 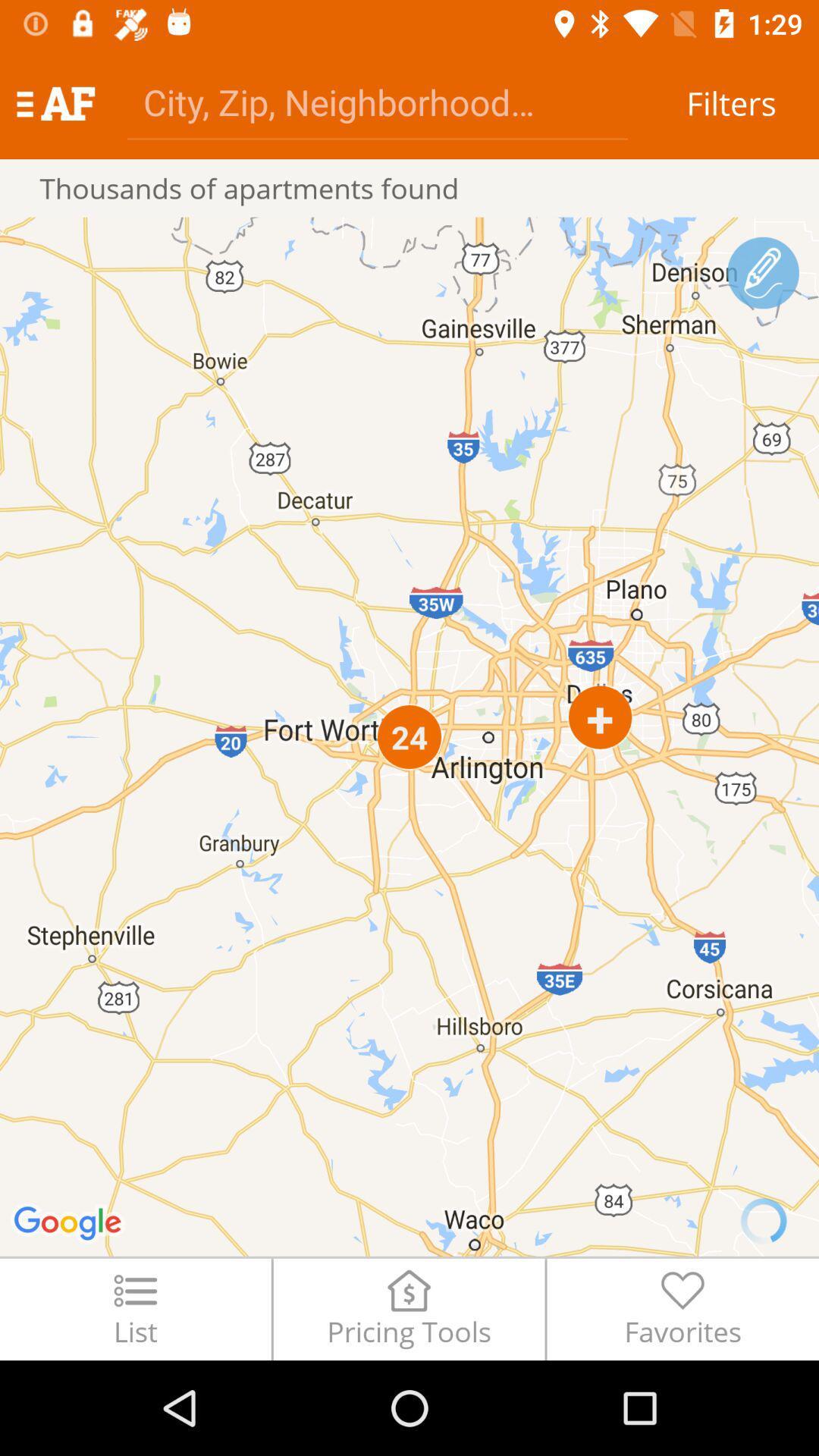 What do you see at coordinates (763, 273) in the screenshot?
I see `edit settings markers position etc` at bounding box center [763, 273].